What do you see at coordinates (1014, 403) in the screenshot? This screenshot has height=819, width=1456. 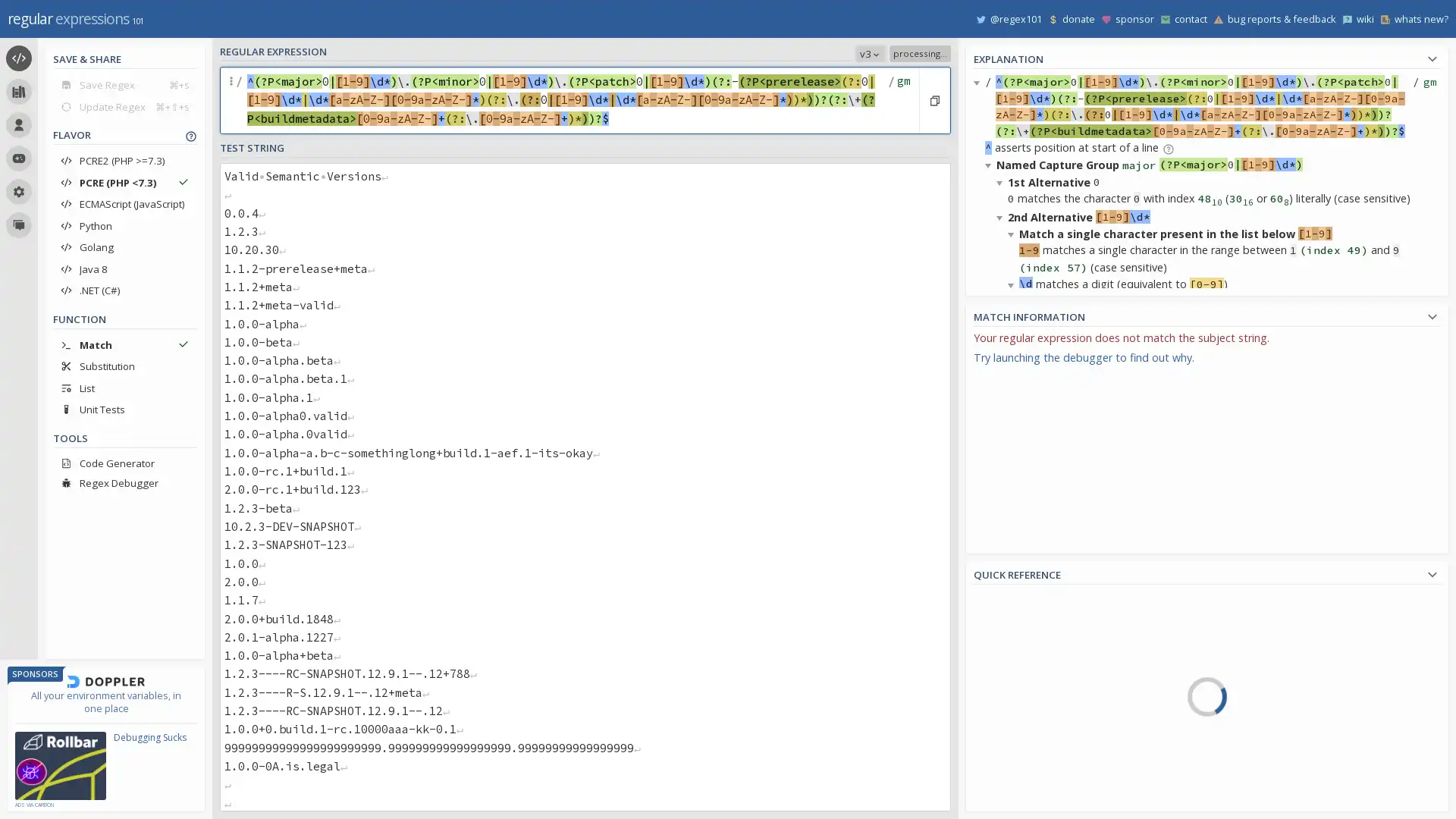 I see `Group minor` at bounding box center [1014, 403].